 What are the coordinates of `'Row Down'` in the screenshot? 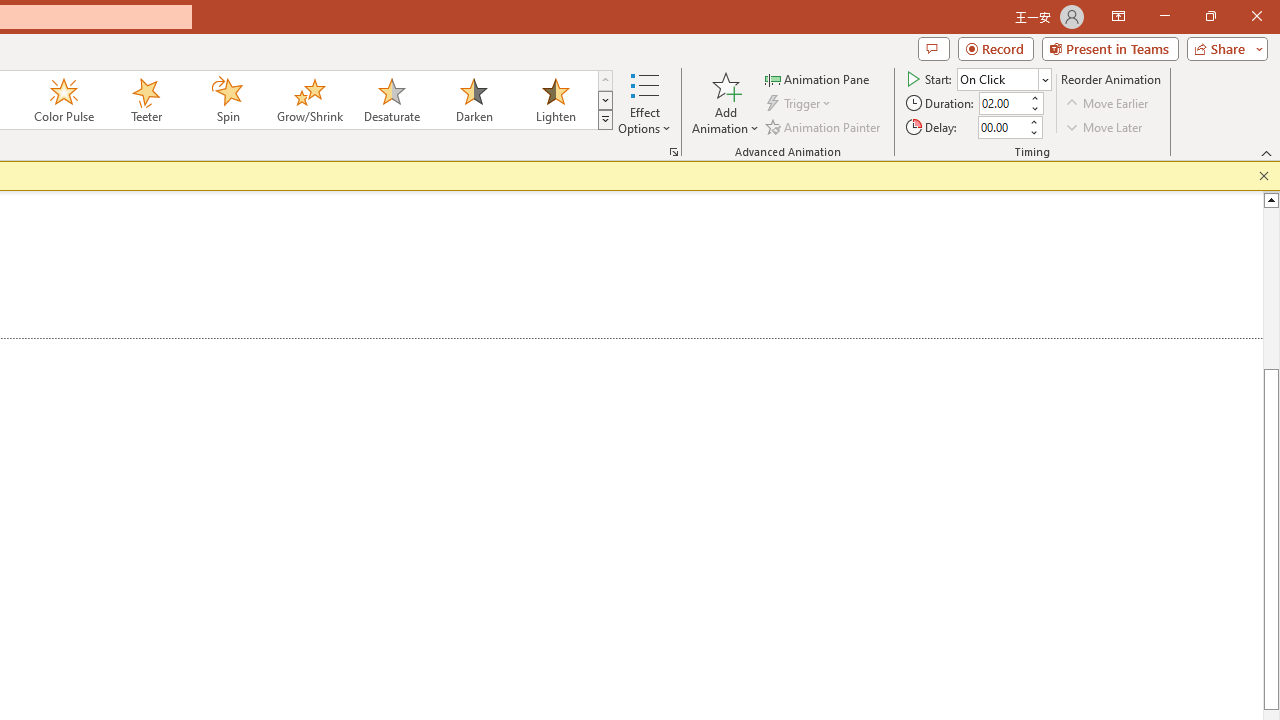 It's located at (604, 100).